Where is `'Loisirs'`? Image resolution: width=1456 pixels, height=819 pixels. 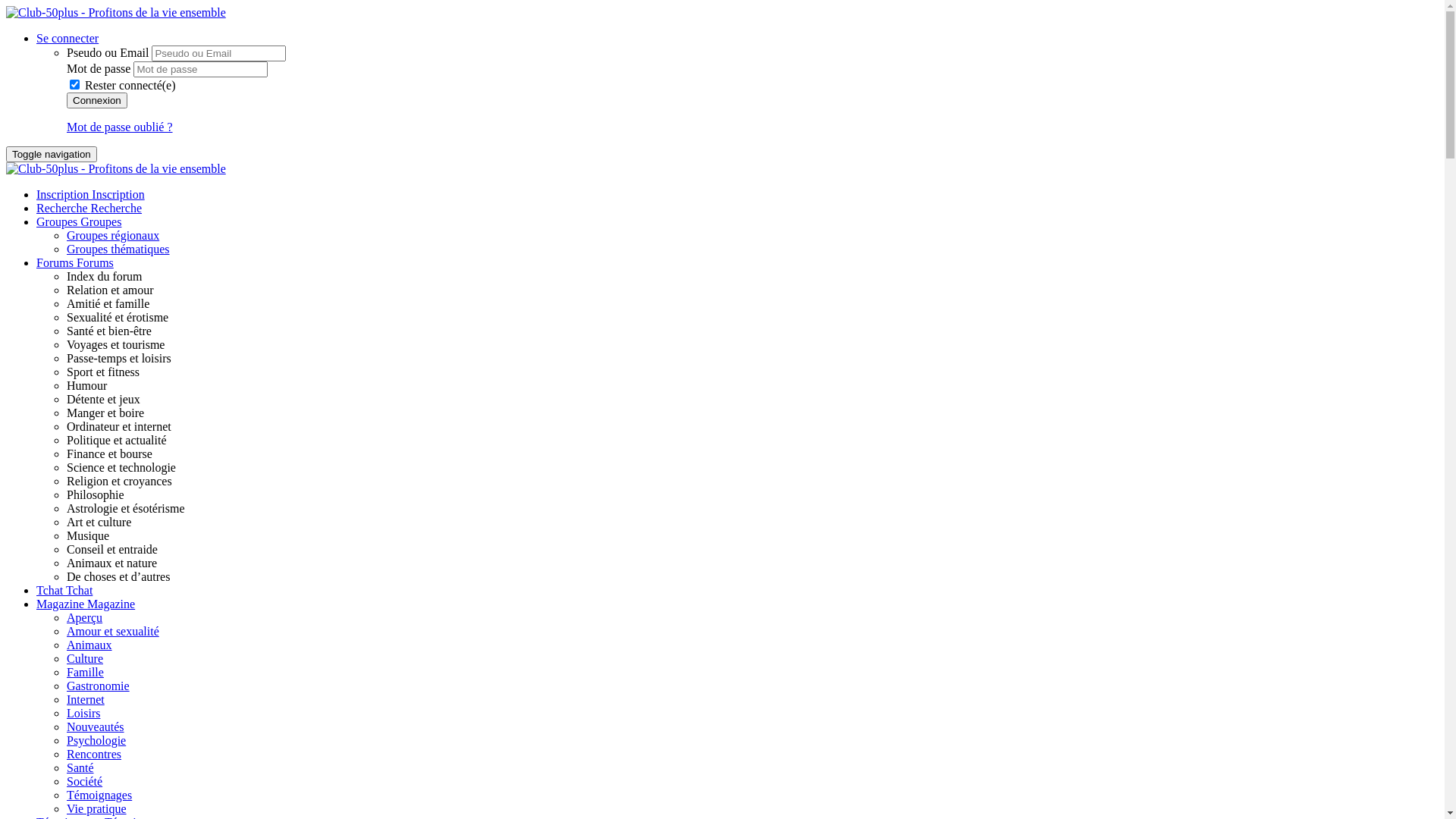 'Loisirs' is located at coordinates (83, 713).